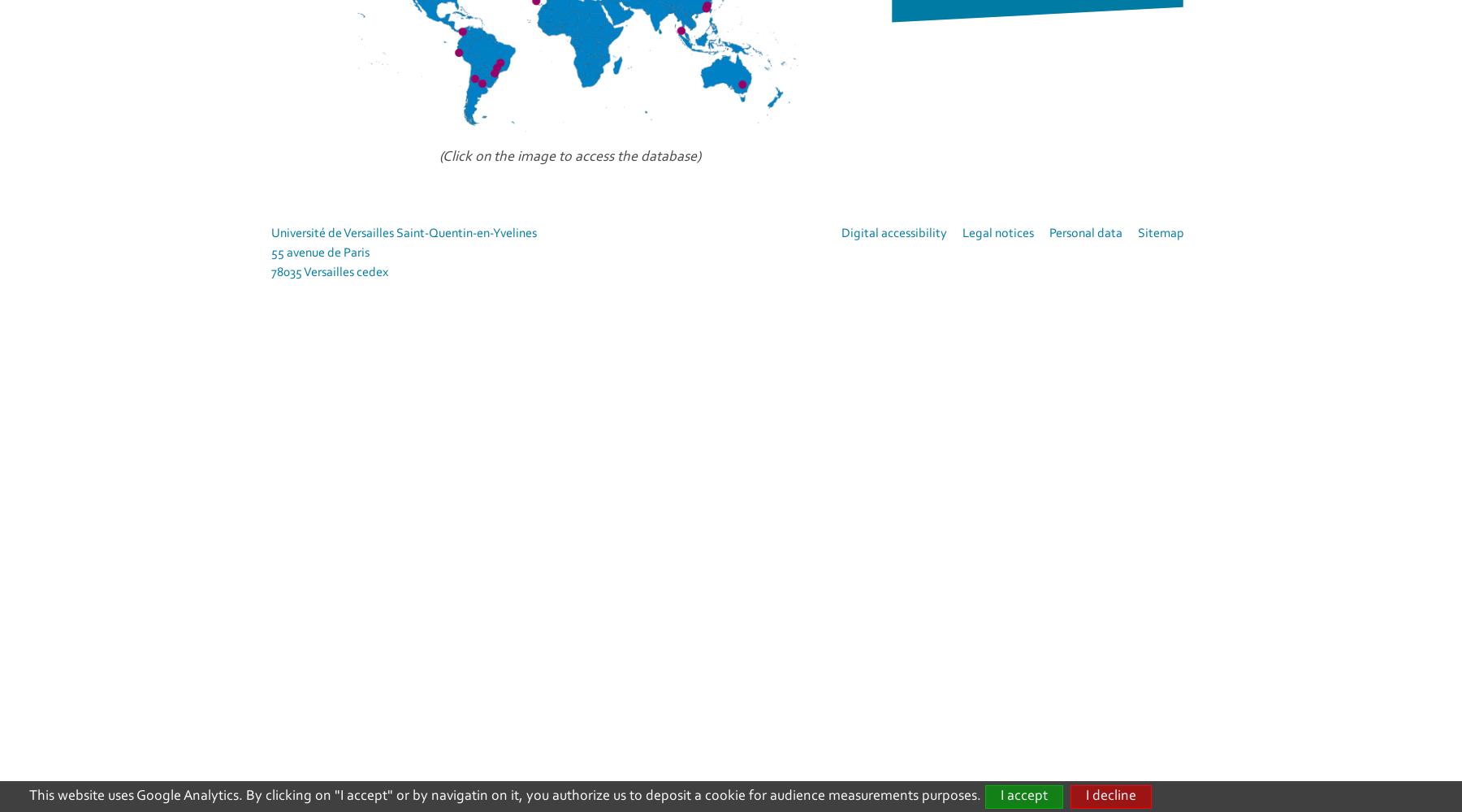 The width and height of the screenshot is (1462, 812). Describe the element at coordinates (1086, 234) in the screenshot. I see `'Personal data'` at that location.